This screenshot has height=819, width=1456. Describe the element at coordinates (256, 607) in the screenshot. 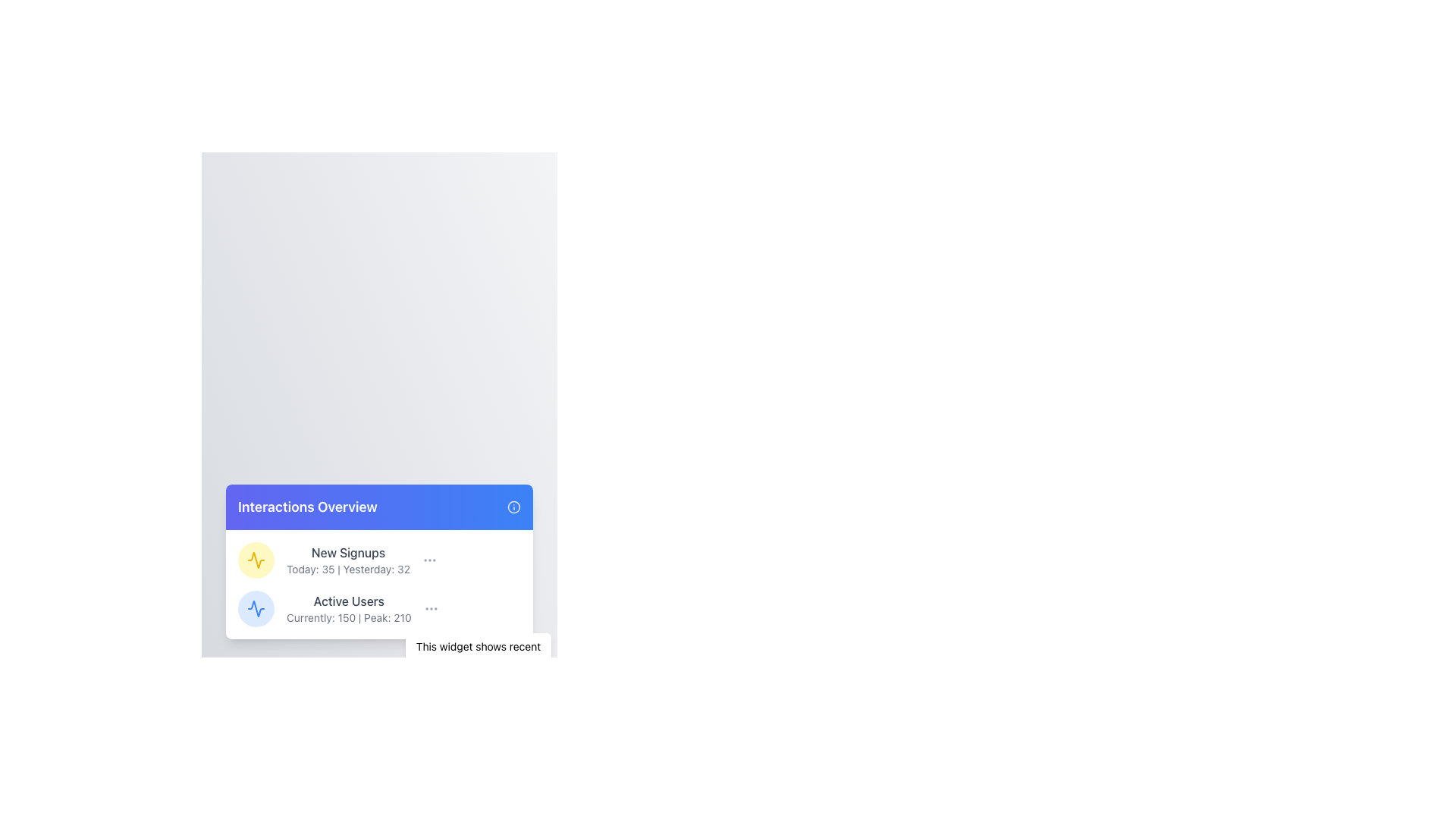

I see `the blue waveform icon representing active users located in the second row of the 'Interactions Overview' widget` at that location.